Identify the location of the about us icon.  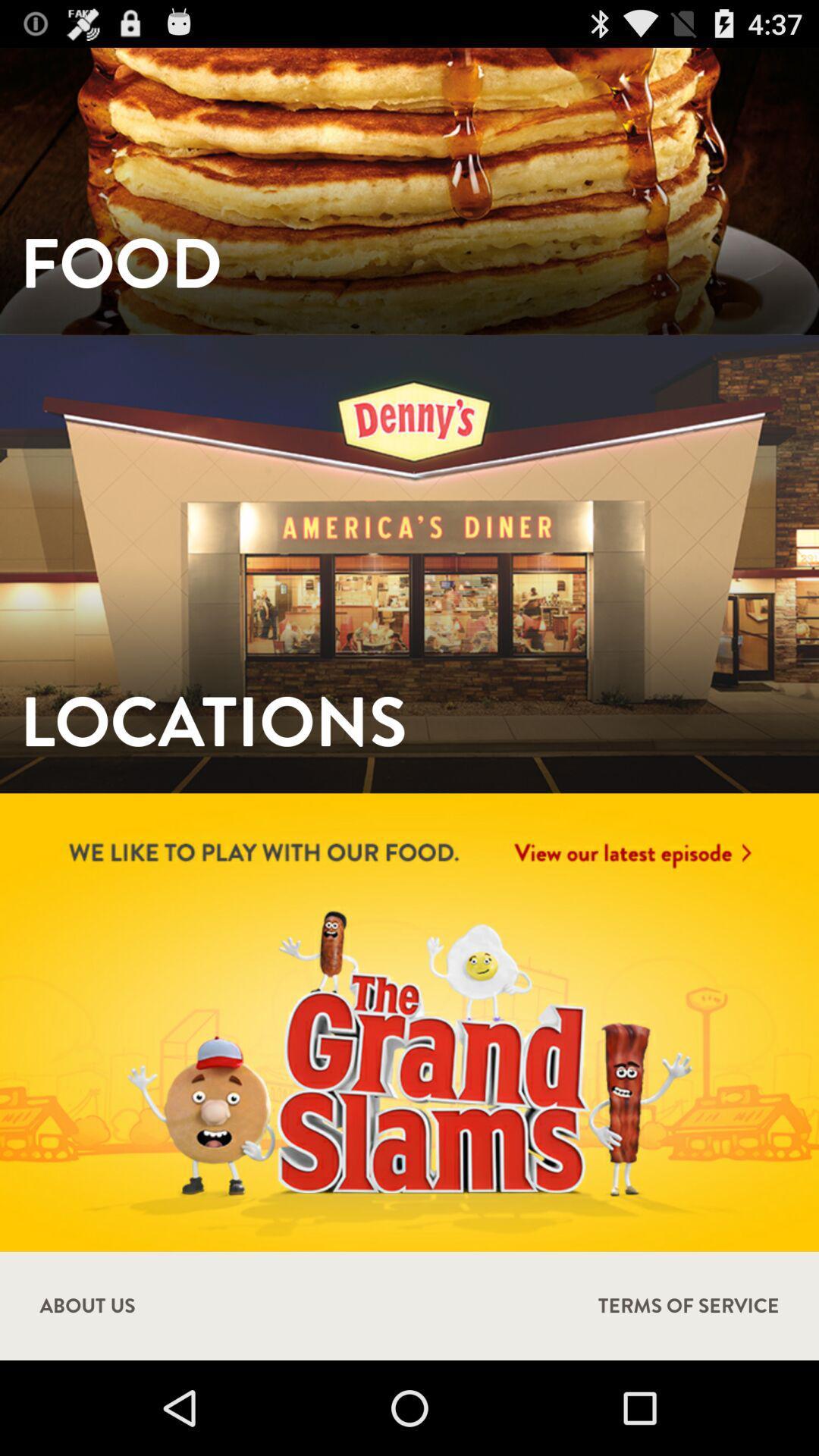
(87, 1305).